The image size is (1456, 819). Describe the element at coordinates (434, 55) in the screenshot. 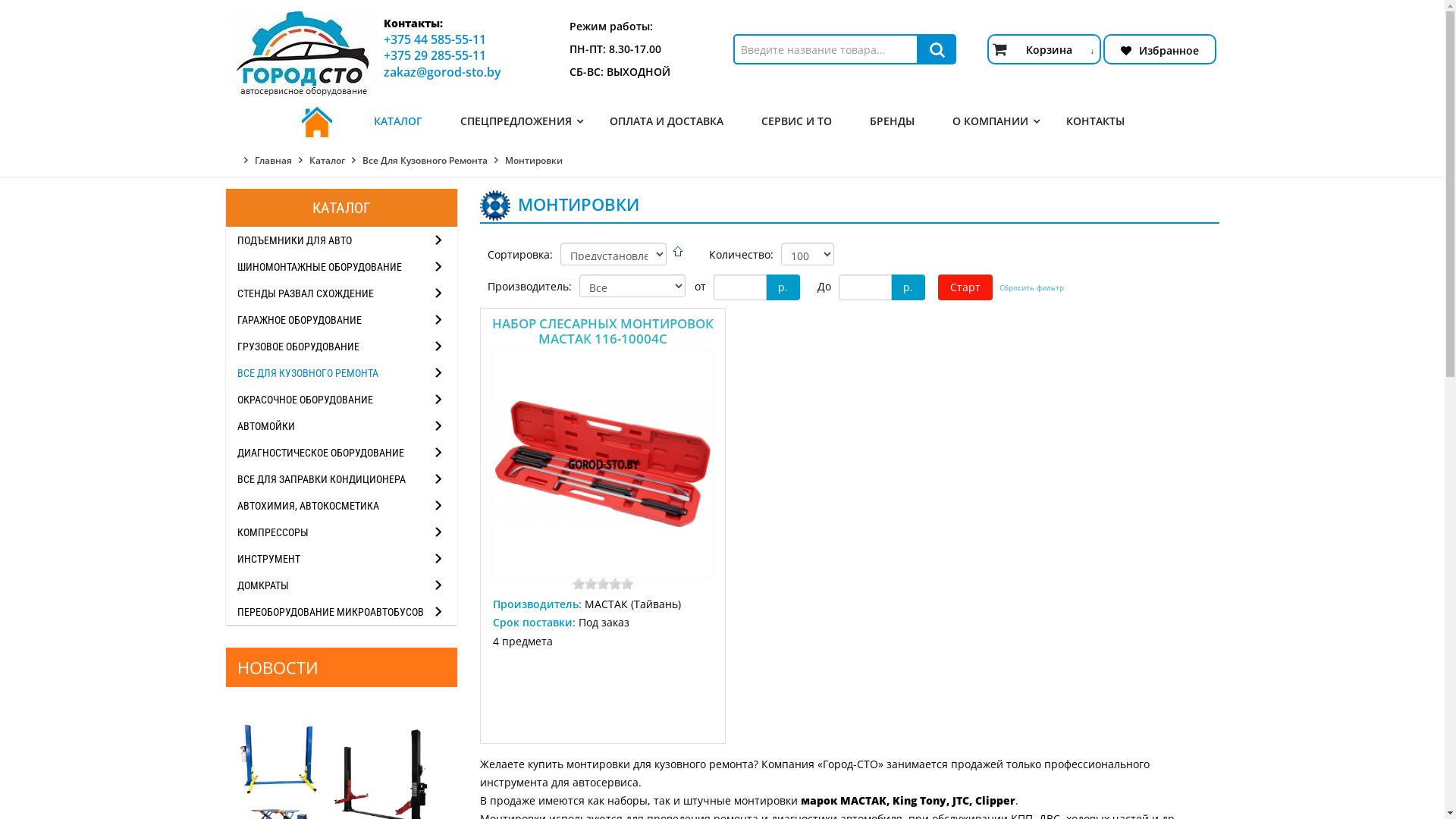

I see `'+375 29 285-55-11'` at that location.